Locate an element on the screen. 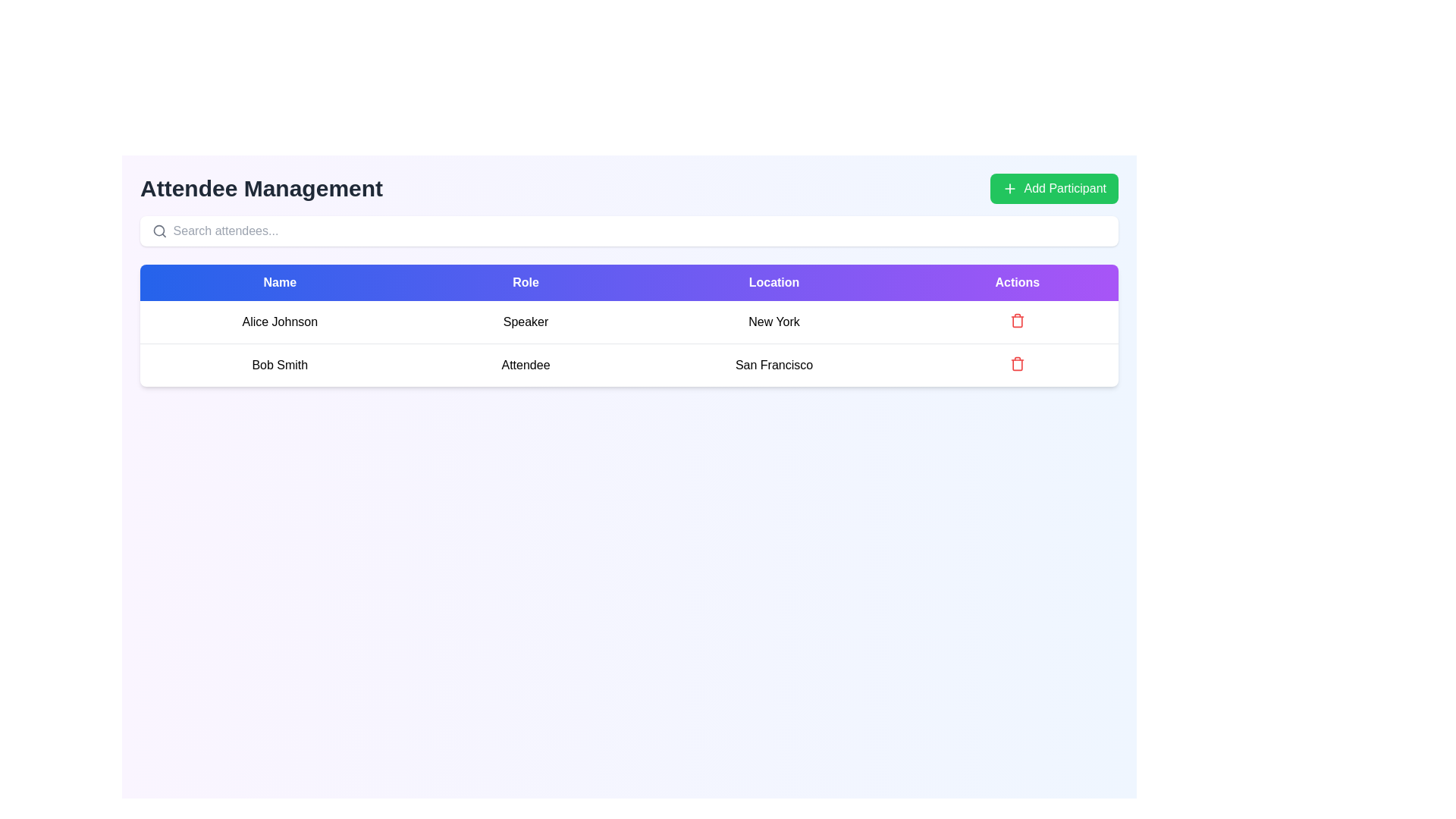 The image size is (1456, 819). the '+' icon which is a thin white stroke on a green button labeled 'Add Participant', located in the upper-right corner of the interface is located at coordinates (1010, 188).